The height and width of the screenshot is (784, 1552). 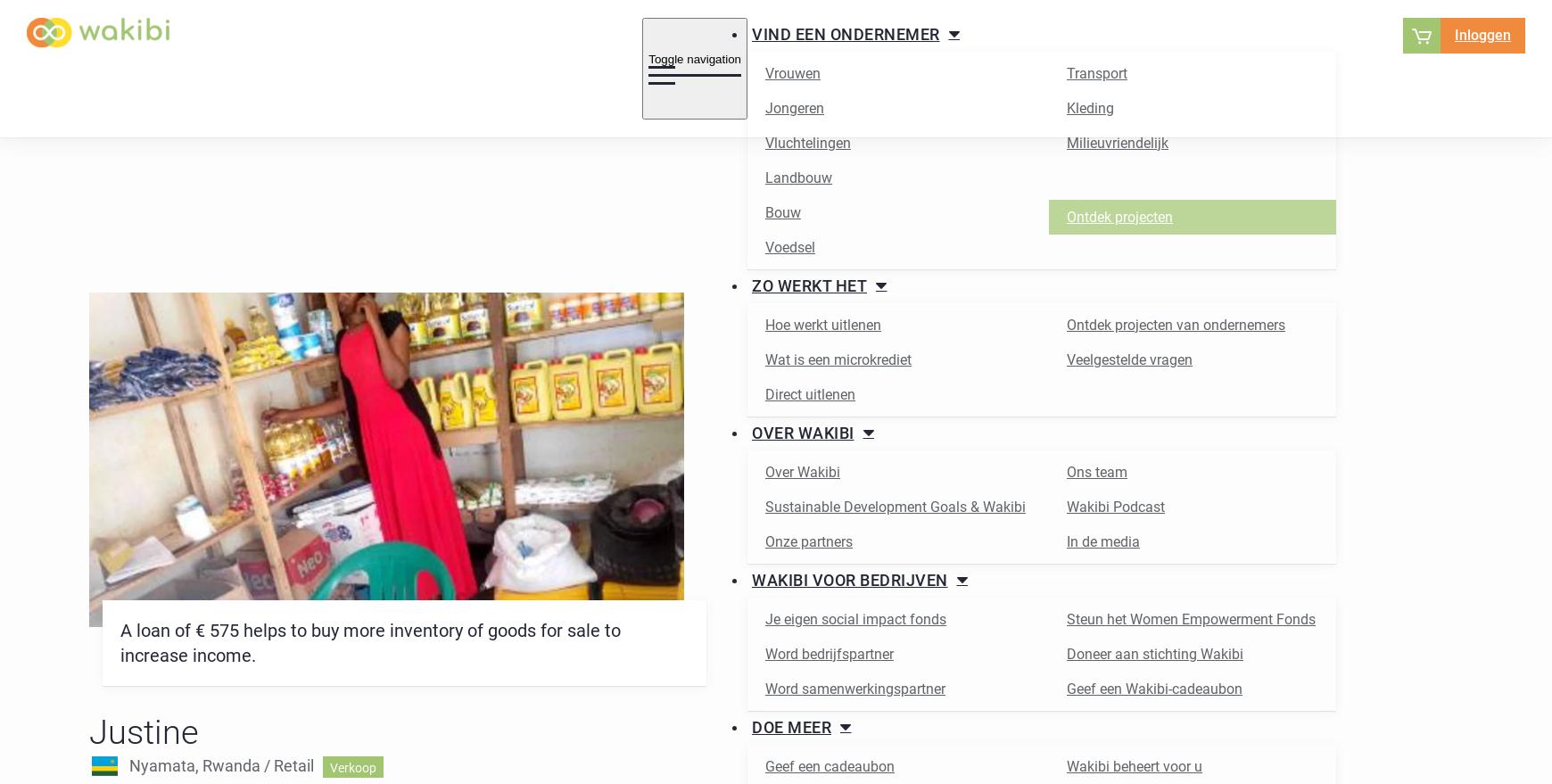 I want to click on 'Doe meer', so click(x=790, y=726).